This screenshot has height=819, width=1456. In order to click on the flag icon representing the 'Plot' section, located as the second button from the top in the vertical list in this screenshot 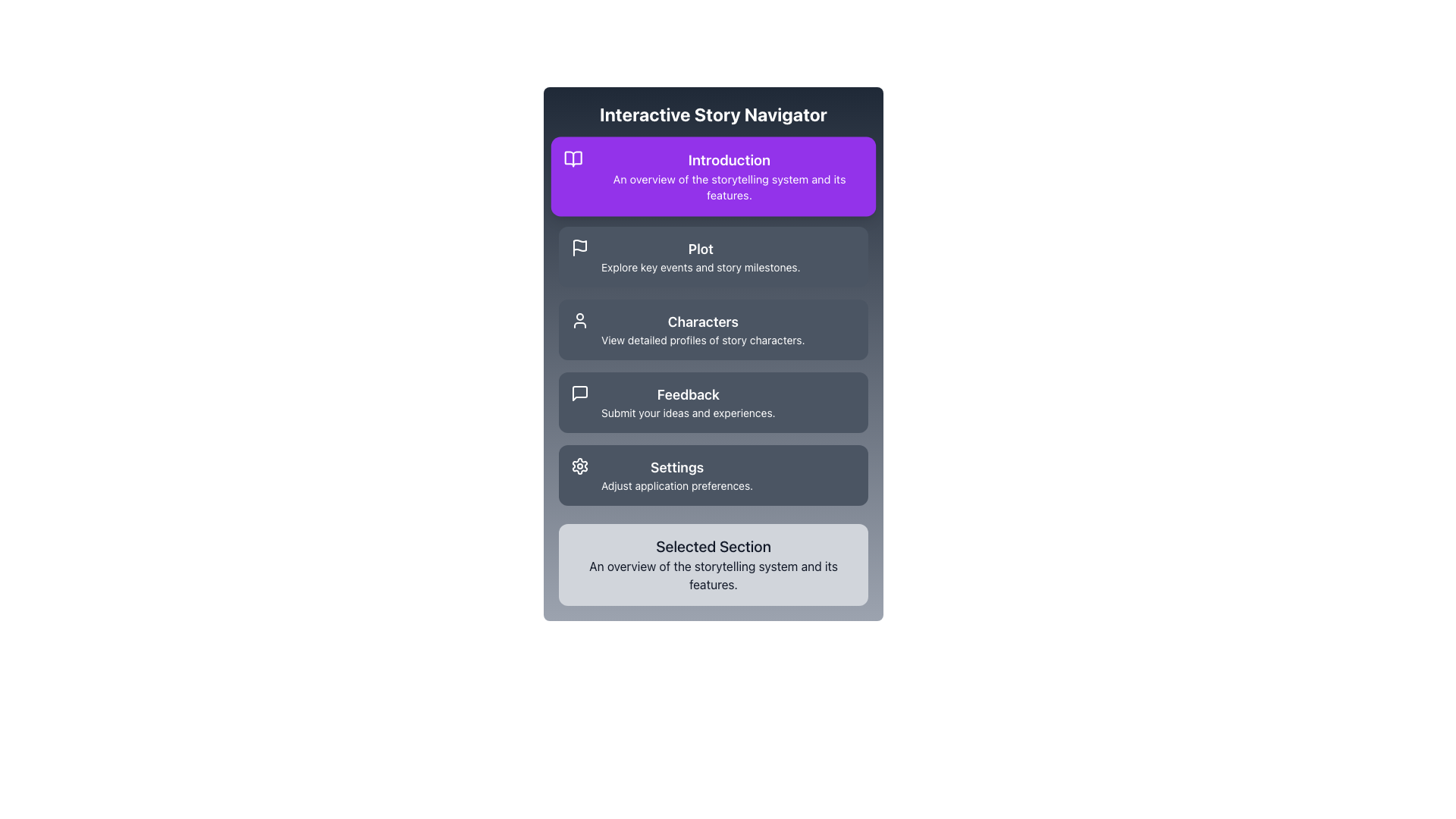, I will do `click(579, 247)`.